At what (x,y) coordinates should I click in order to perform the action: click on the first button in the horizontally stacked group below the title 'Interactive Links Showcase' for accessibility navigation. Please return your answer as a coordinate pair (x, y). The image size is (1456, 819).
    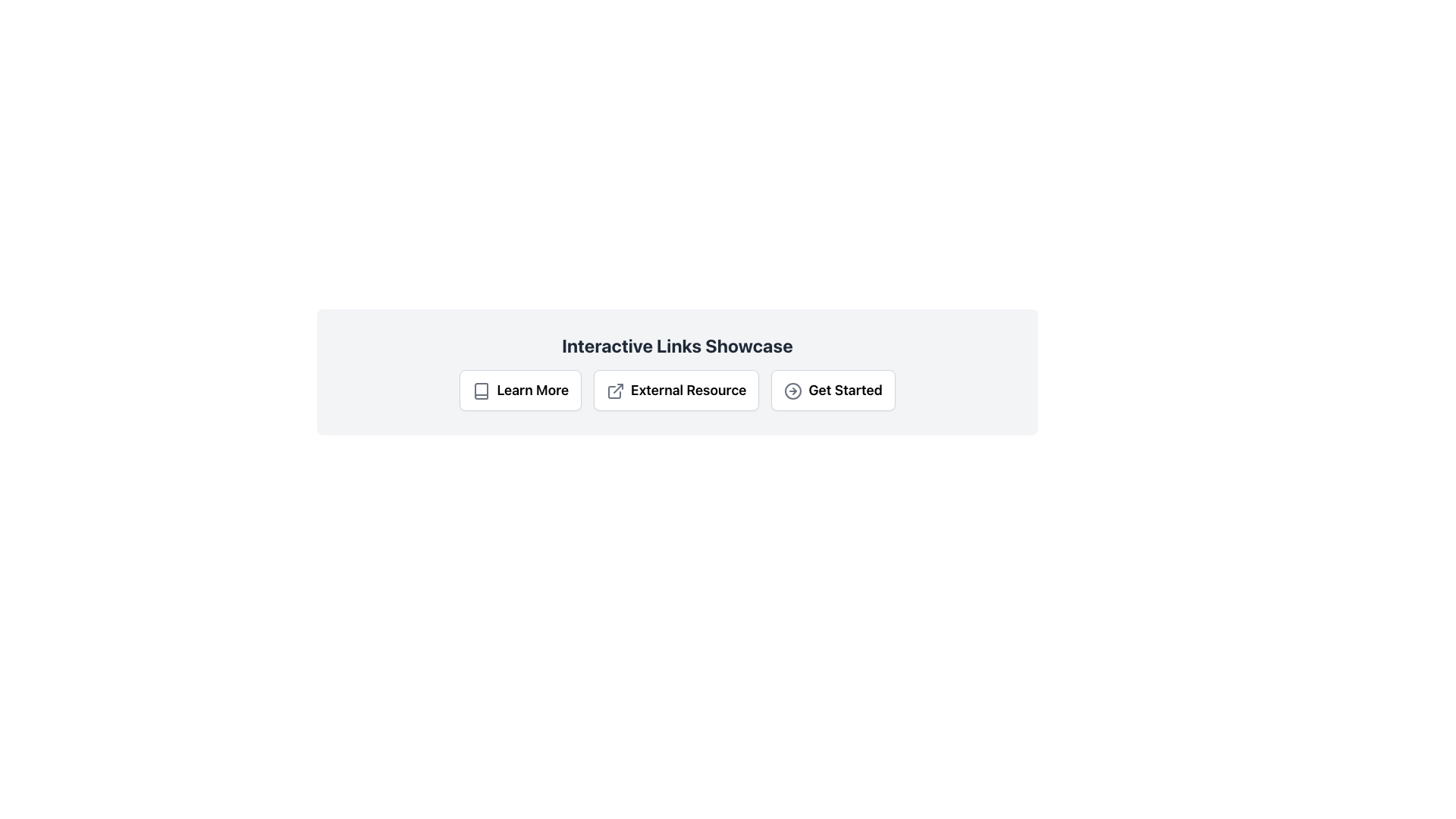
    Looking at the image, I should click on (520, 390).